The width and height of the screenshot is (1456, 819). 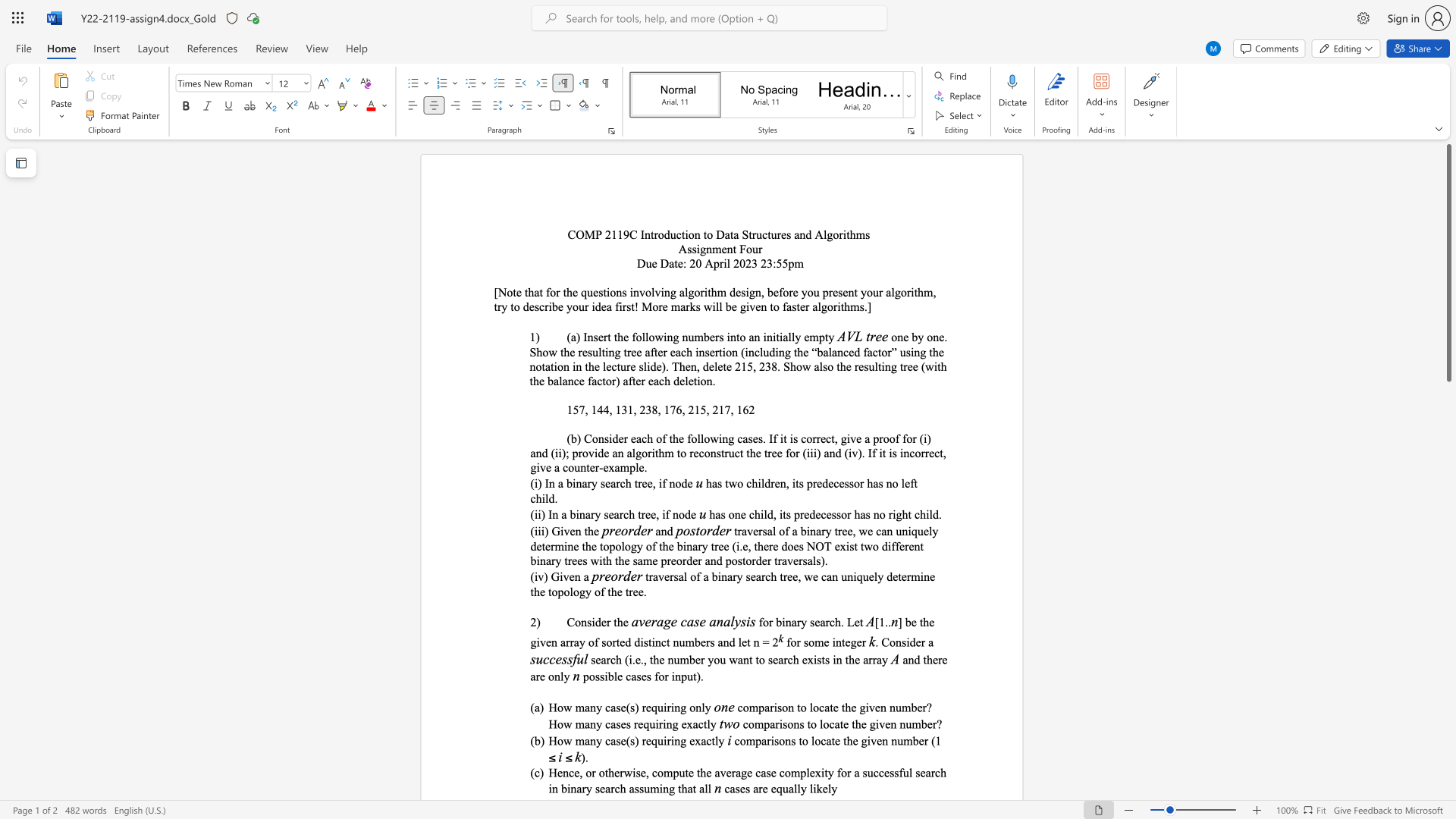 What do you see at coordinates (1448, 637) in the screenshot?
I see `the scrollbar to move the content lower` at bounding box center [1448, 637].